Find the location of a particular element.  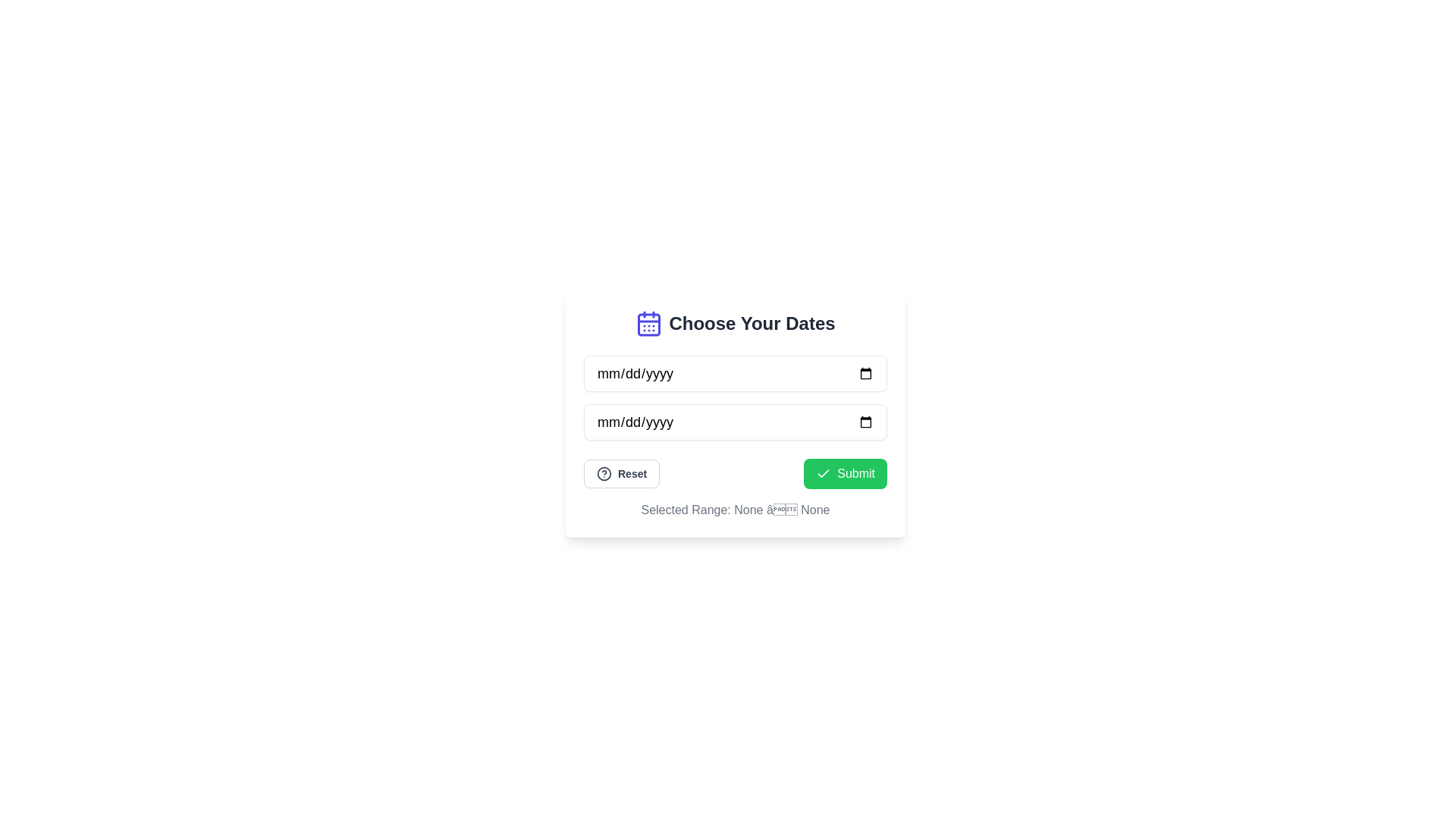

the calendar icon located to the left of the 'Choose Your Dates' header, which serves as an indicator for selecting or viewing dates is located at coordinates (649, 323).